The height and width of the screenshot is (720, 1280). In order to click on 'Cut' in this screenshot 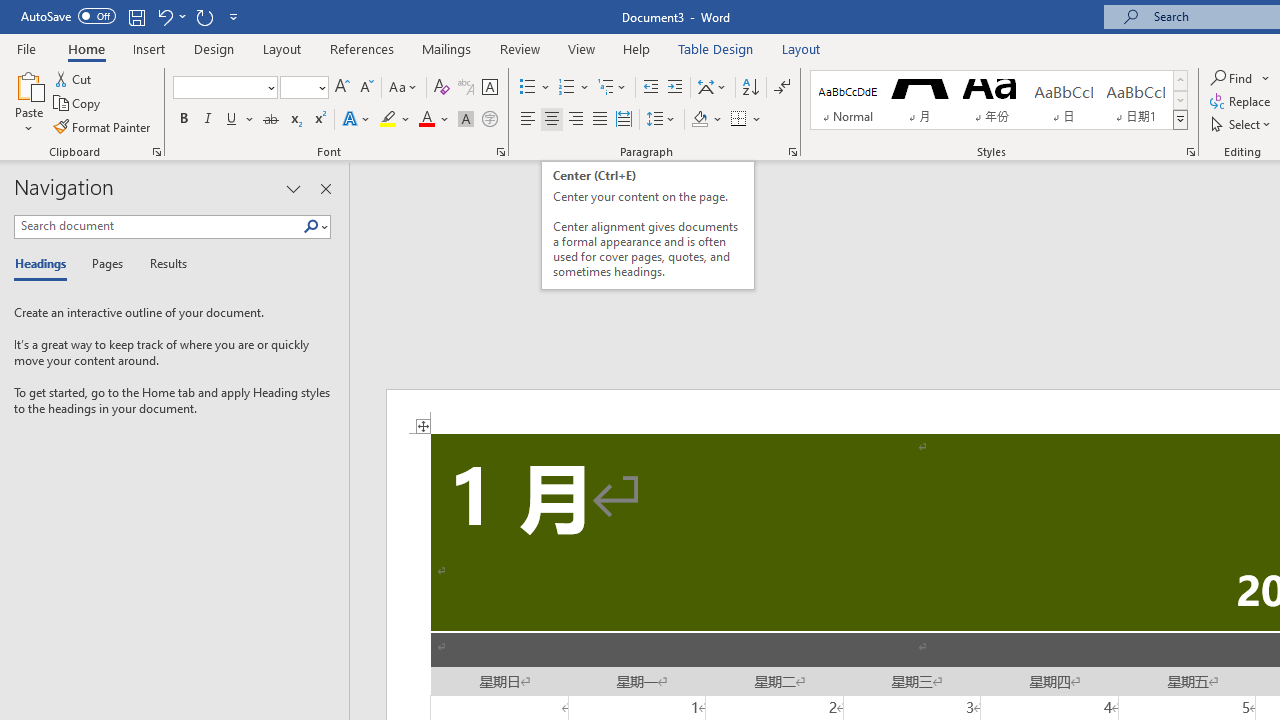, I will do `click(74, 78)`.